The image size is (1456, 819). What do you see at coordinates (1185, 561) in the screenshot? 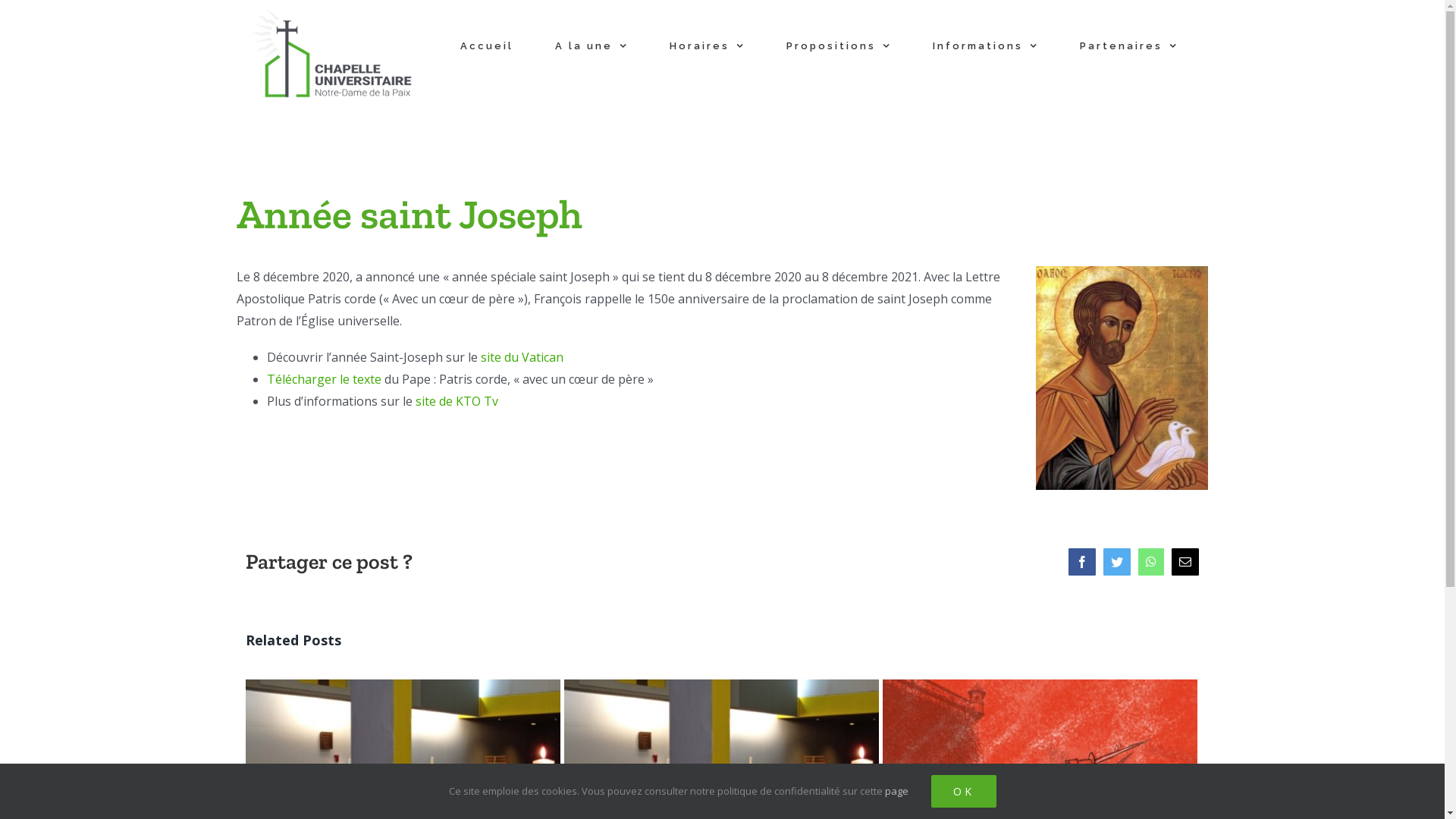
I see `'Email'` at bounding box center [1185, 561].